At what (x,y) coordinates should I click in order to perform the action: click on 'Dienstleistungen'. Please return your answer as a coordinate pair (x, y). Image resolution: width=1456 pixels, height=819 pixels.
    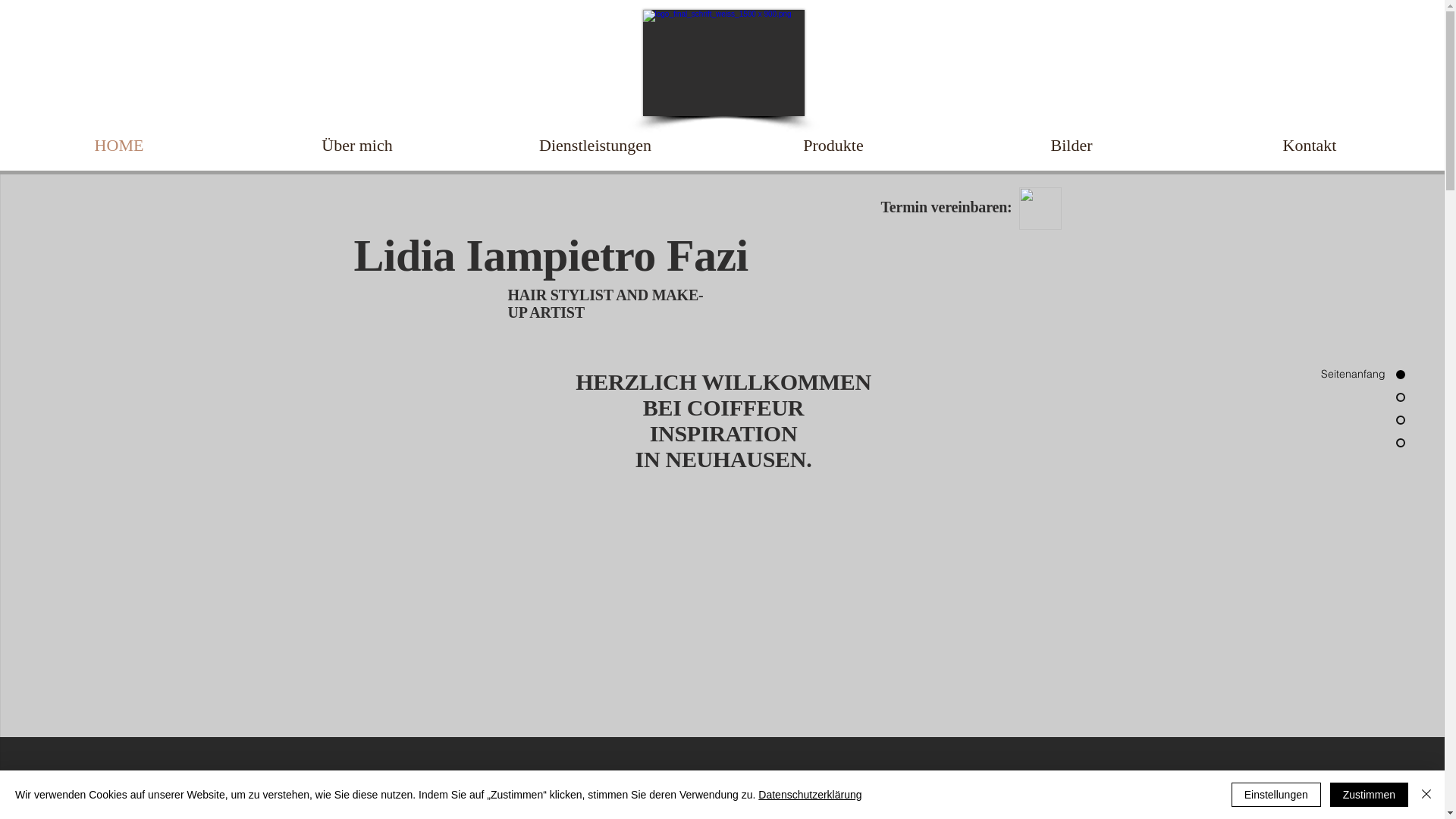
    Looking at the image, I should click on (595, 146).